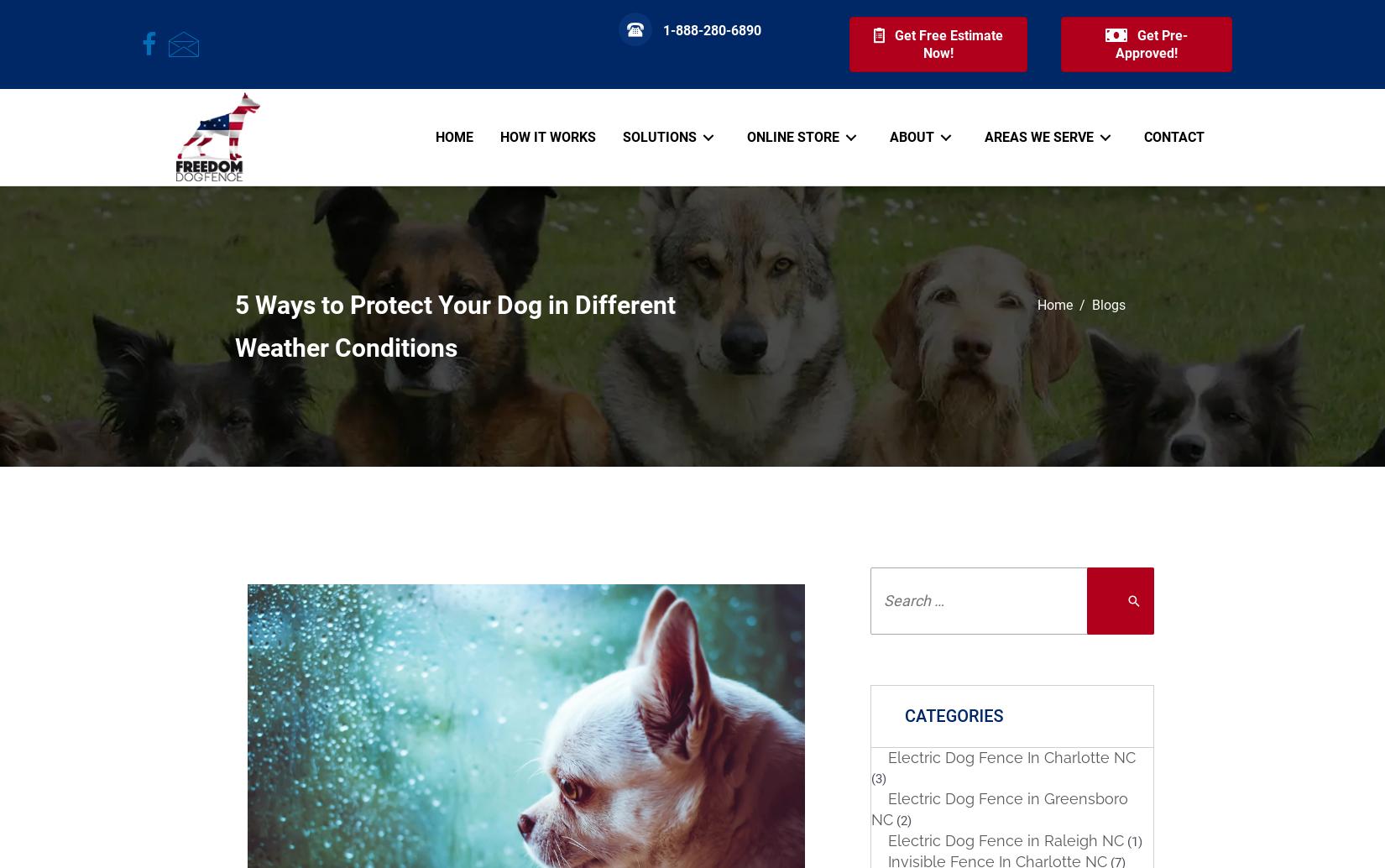 Image resolution: width=1385 pixels, height=868 pixels. I want to click on 'CATEGORIES', so click(954, 714).